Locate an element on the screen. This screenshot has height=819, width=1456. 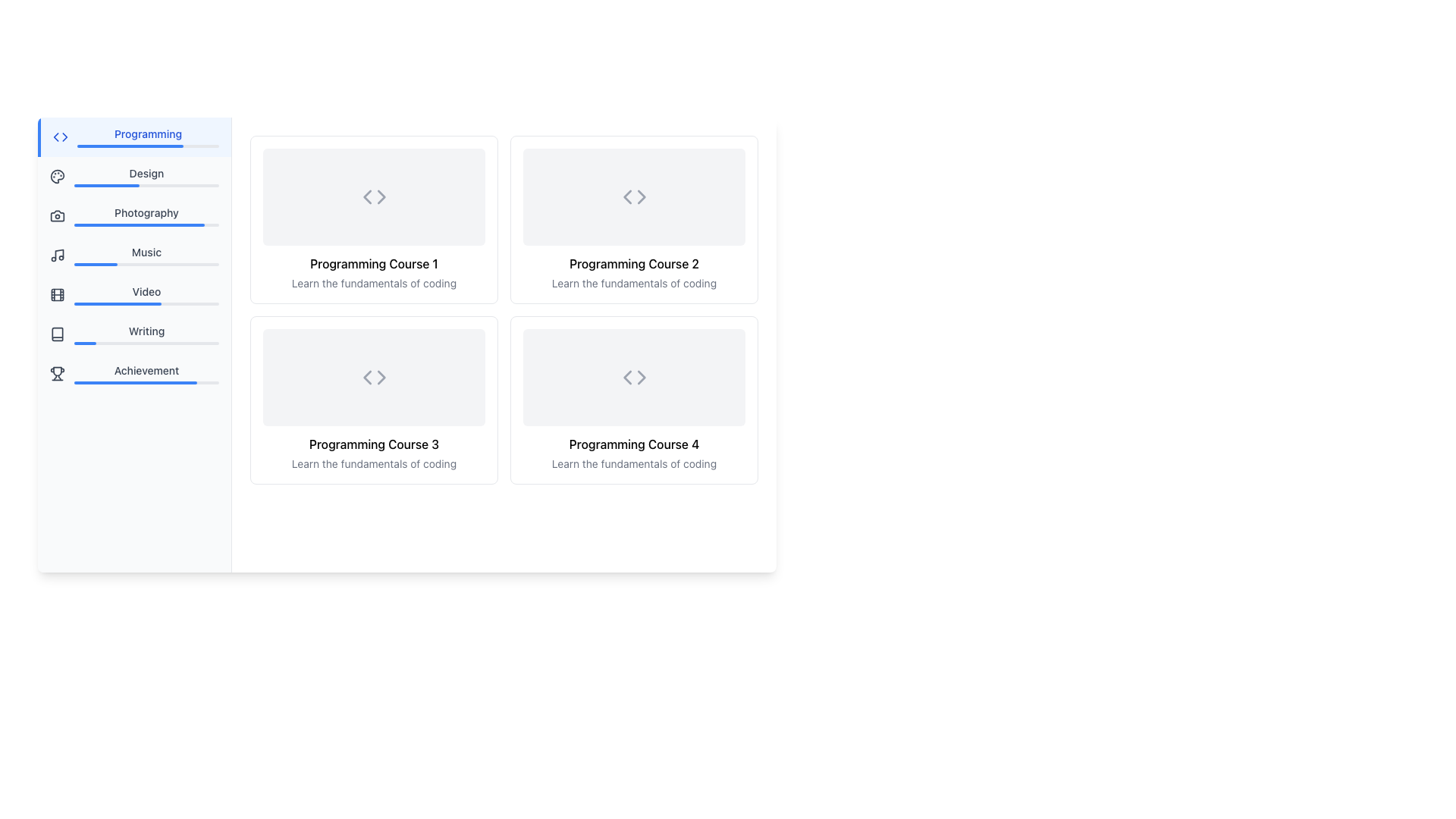
the camera icon, which is part of the vertical navigation menu on the left side is located at coordinates (58, 216).